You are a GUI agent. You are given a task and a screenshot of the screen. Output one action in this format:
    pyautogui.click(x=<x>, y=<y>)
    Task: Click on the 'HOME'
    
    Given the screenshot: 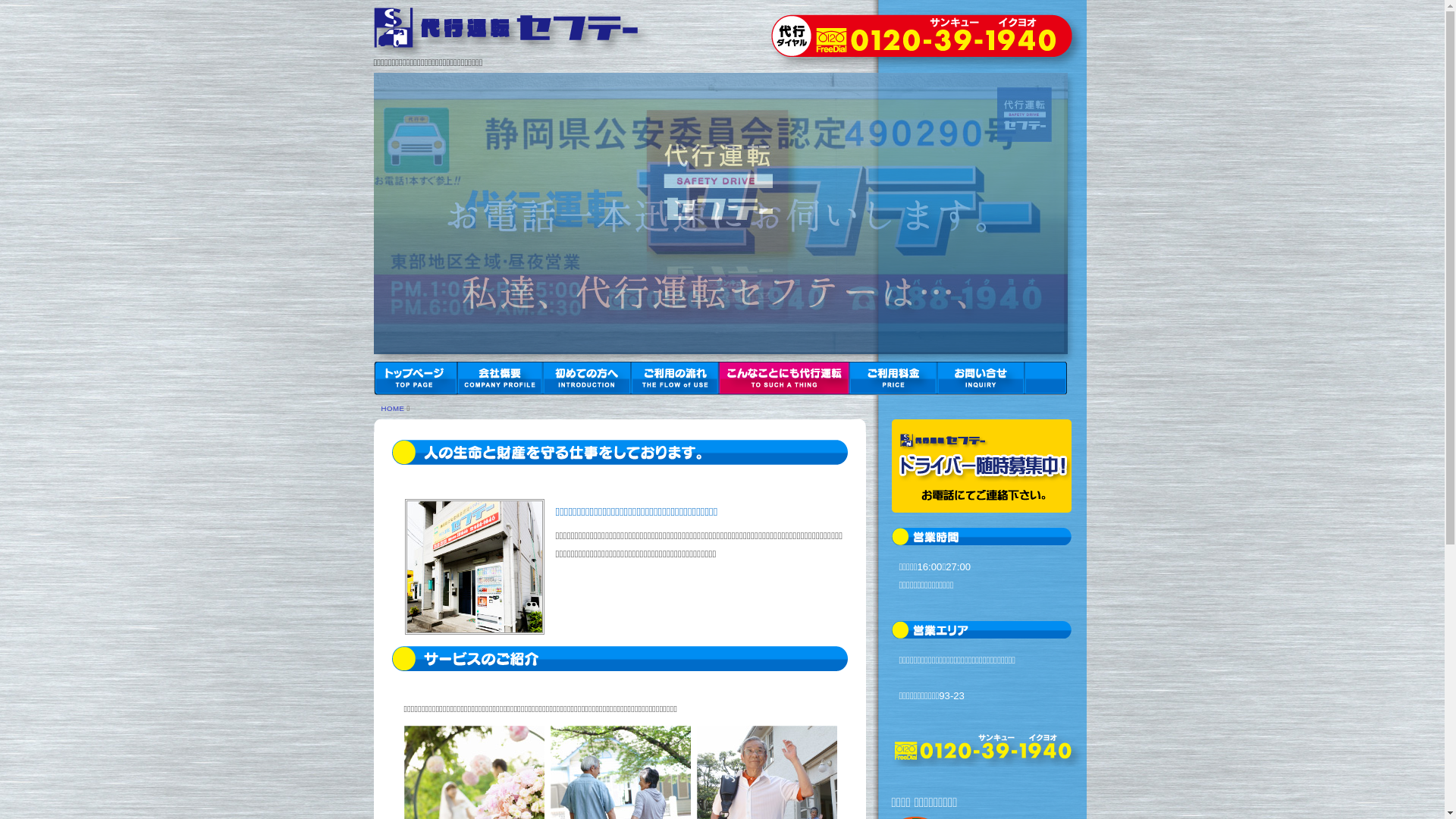 What is the action you would take?
    pyautogui.click(x=381, y=407)
    